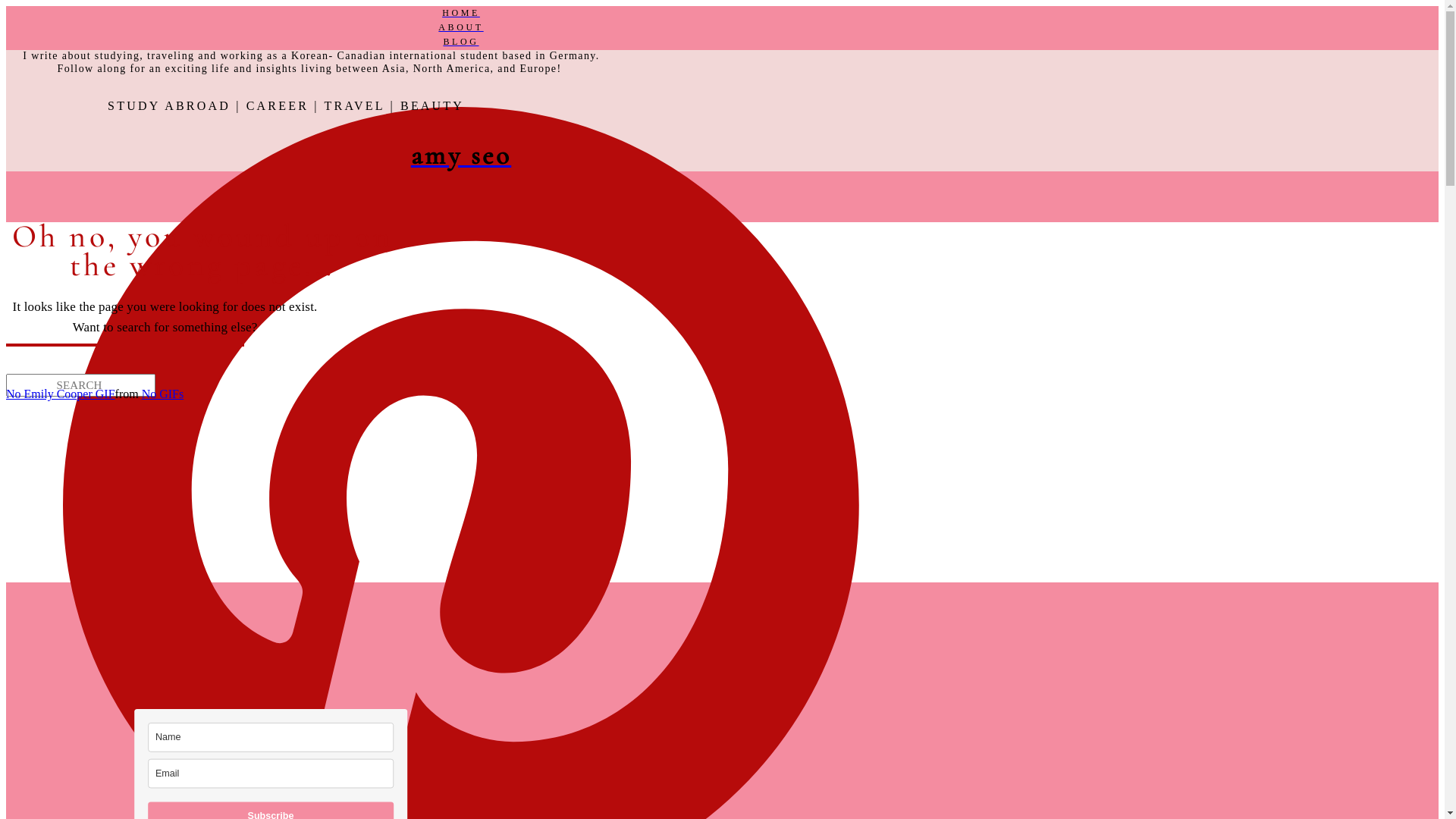 The height and width of the screenshot is (819, 1456). What do you see at coordinates (460, 155) in the screenshot?
I see `'amy seo'` at bounding box center [460, 155].